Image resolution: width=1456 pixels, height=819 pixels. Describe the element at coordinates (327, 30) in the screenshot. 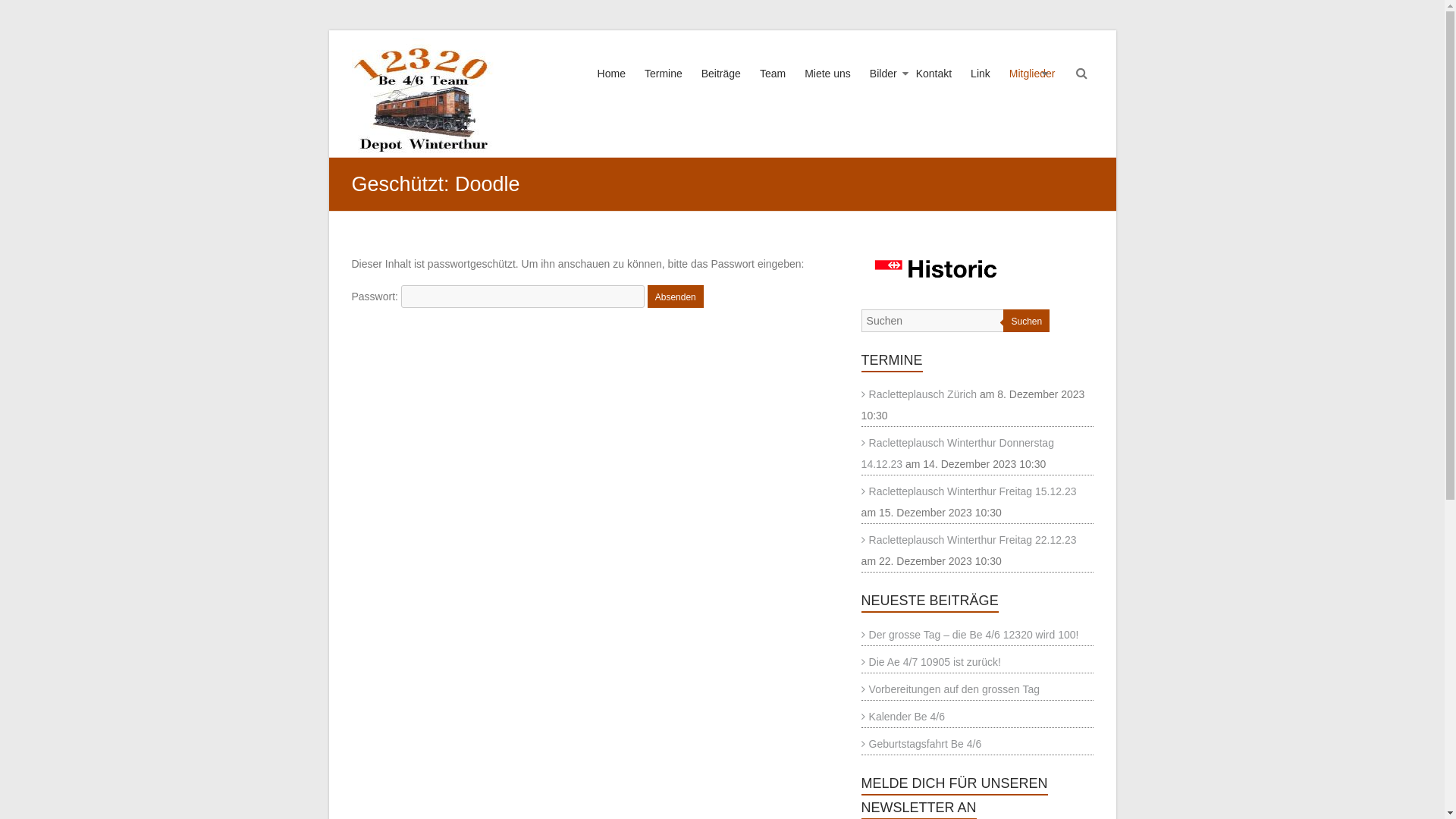

I see `'Zum Inhalt wechseln'` at that location.